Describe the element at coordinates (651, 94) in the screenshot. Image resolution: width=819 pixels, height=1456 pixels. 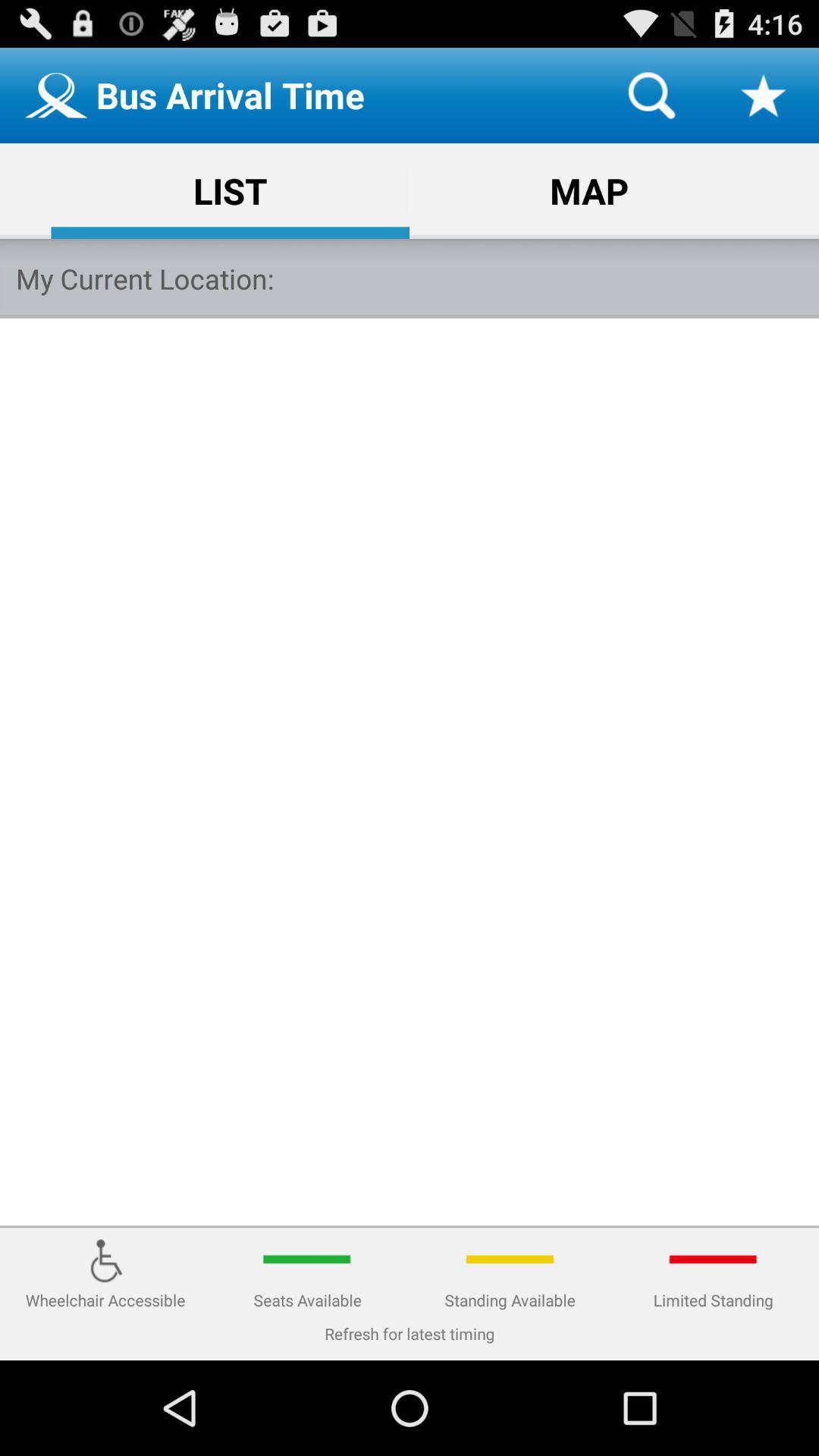
I see `the search icon beside star` at that location.